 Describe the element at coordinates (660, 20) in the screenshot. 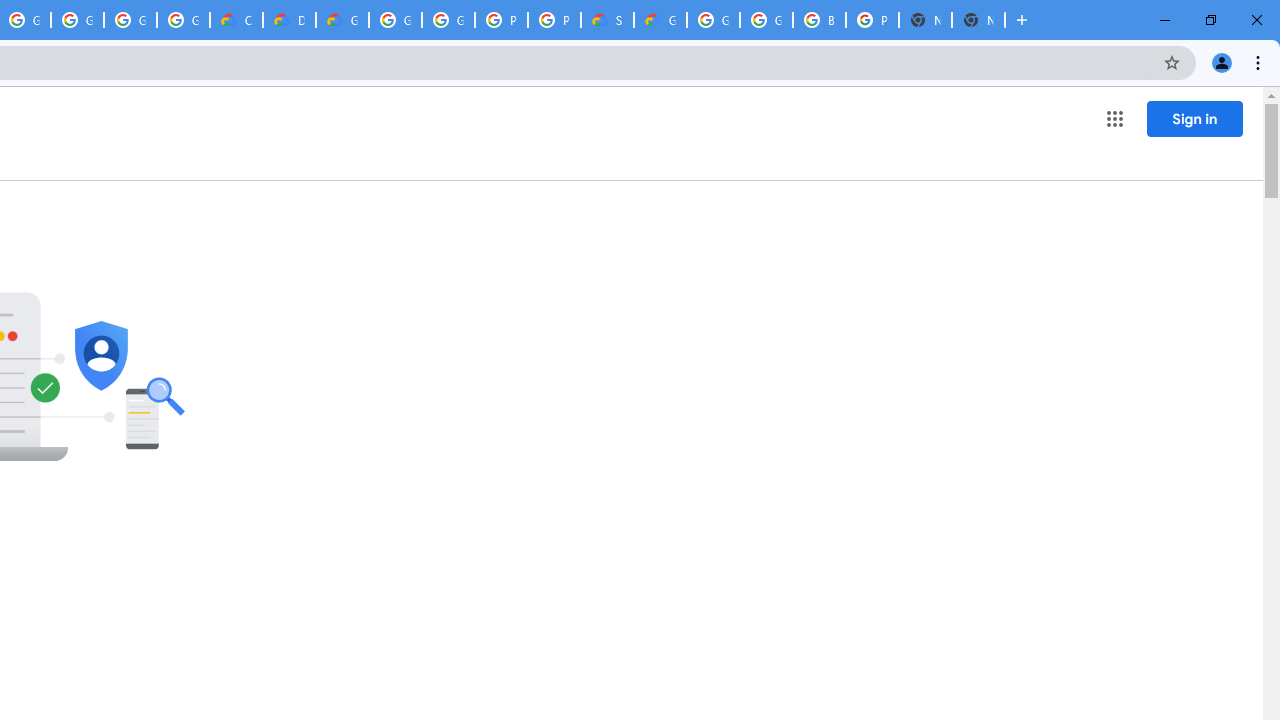

I see `'Google Cloud Service Health'` at that location.